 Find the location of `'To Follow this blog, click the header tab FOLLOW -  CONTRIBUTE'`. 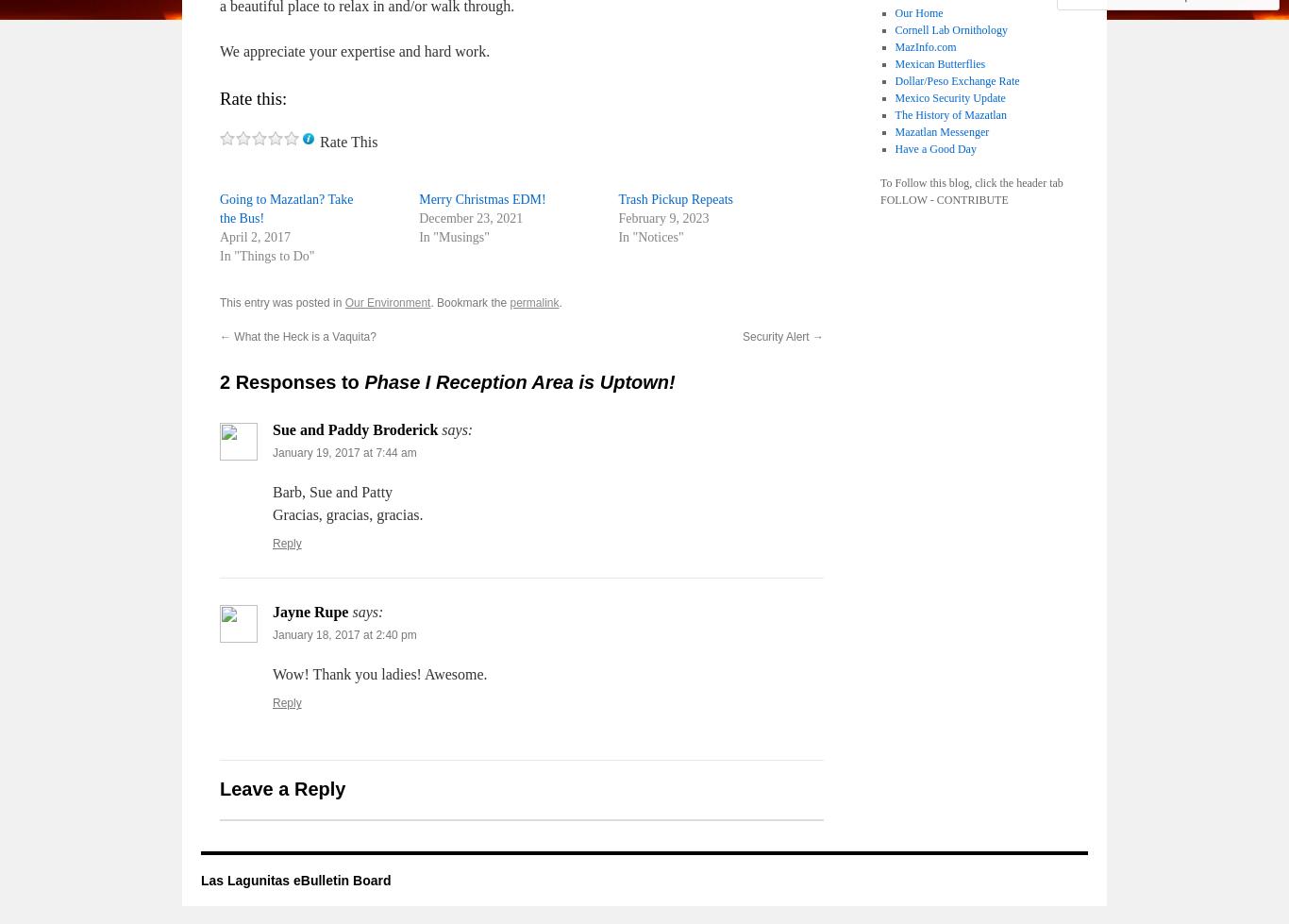

'To Follow this blog, click the header tab FOLLOW -  CONTRIBUTE' is located at coordinates (879, 192).